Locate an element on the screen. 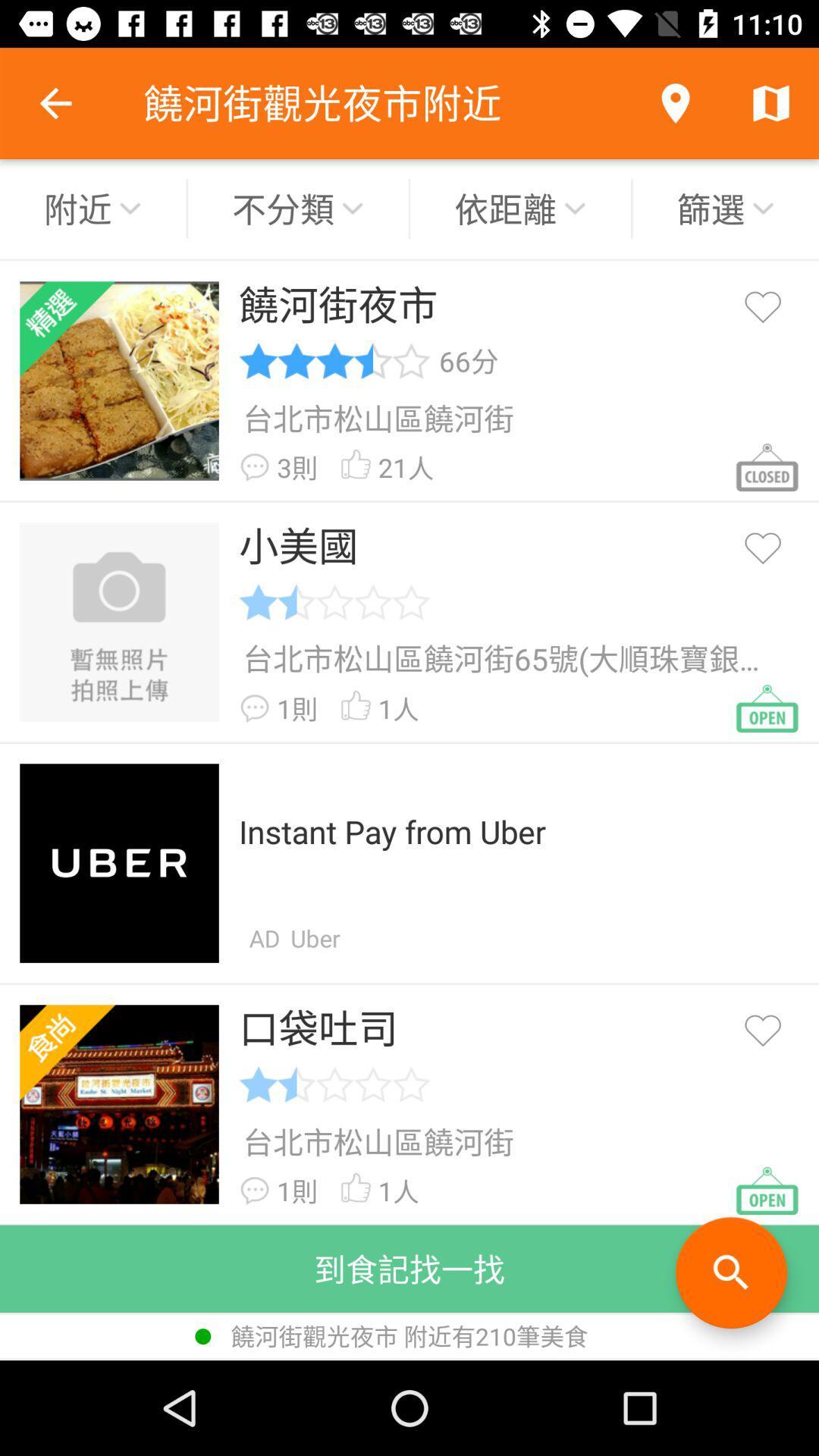  the search icon is located at coordinates (730, 1272).